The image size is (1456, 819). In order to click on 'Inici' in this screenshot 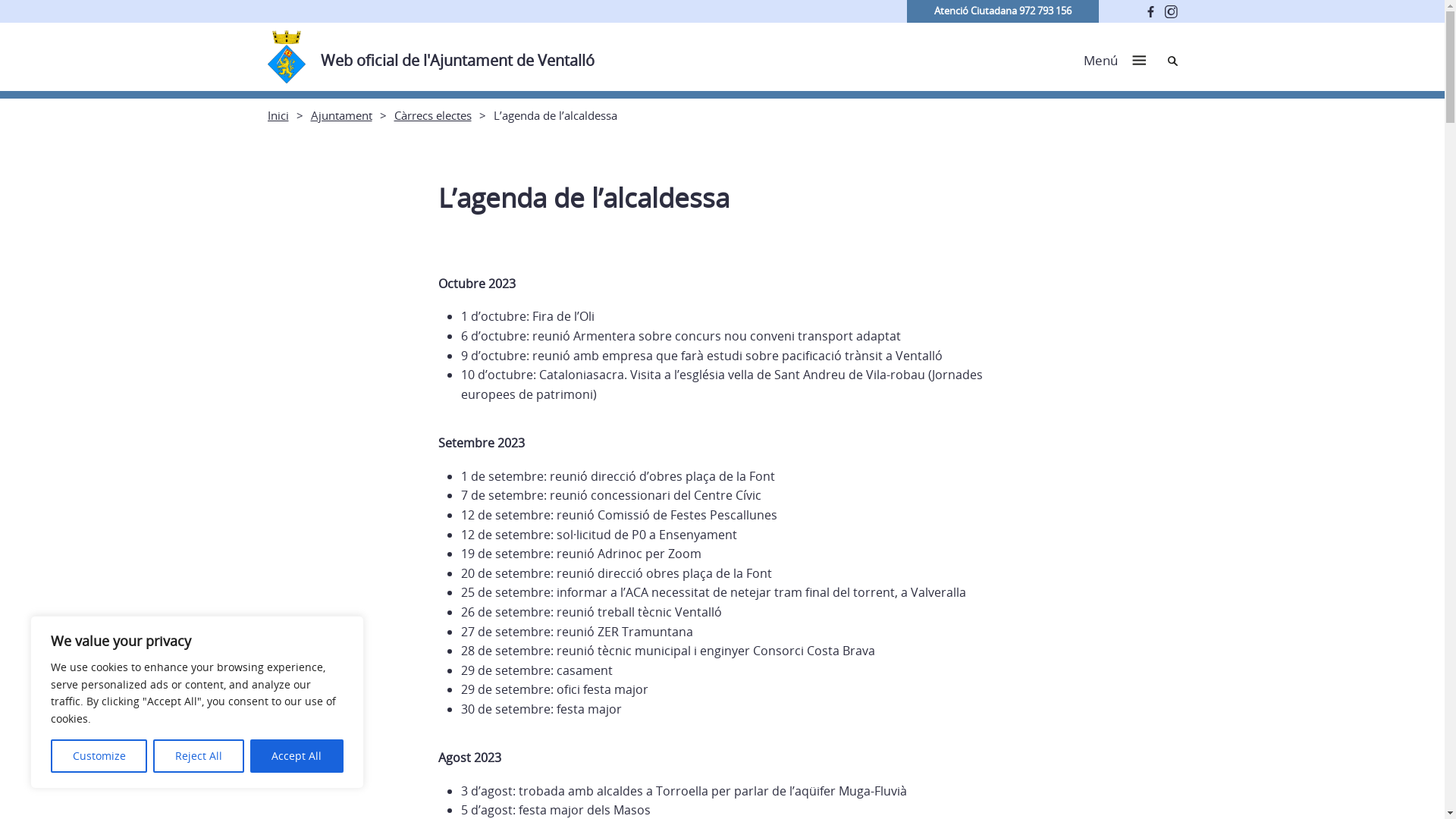, I will do `click(277, 114)`.